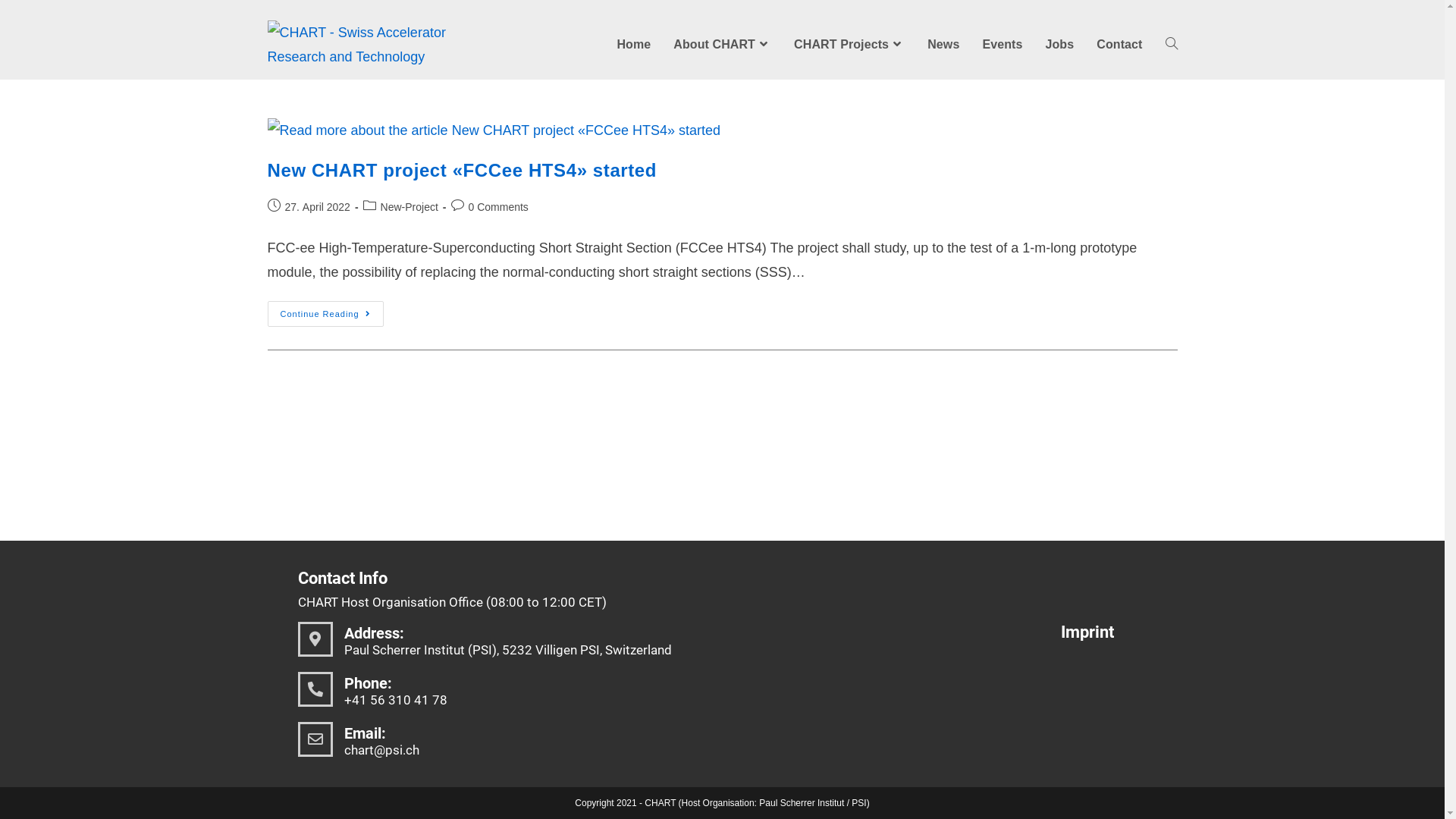 Image resolution: width=1456 pixels, height=819 pixels. What do you see at coordinates (848, 43) in the screenshot?
I see `'CHART Projects'` at bounding box center [848, 43].